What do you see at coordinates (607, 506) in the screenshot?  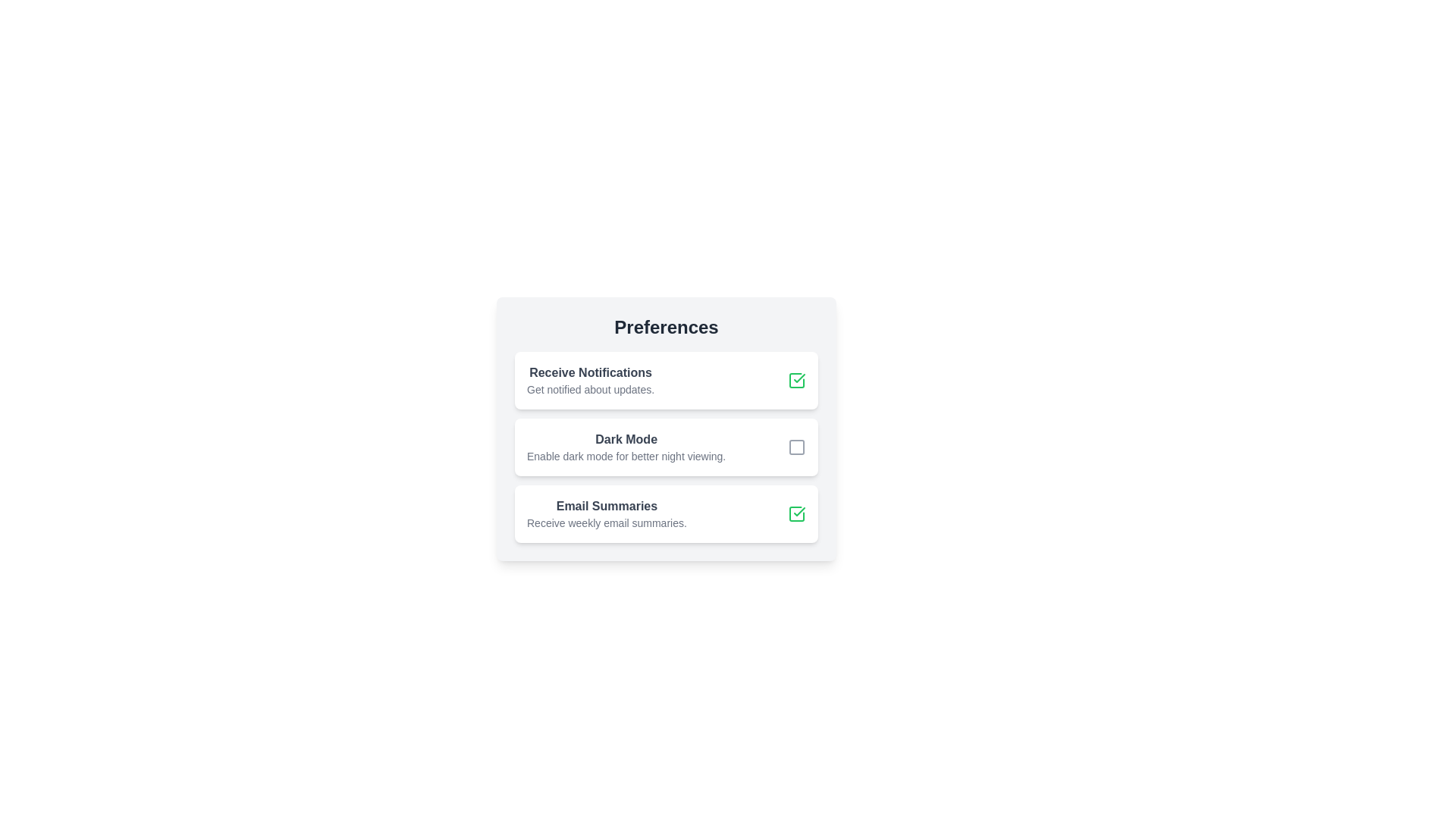 I see `the bolded text label displaying 'Email Summaries' in dark gray, which serves as the title for the third group of options within the 'Preferences' card` at bounding box center [607, 506].